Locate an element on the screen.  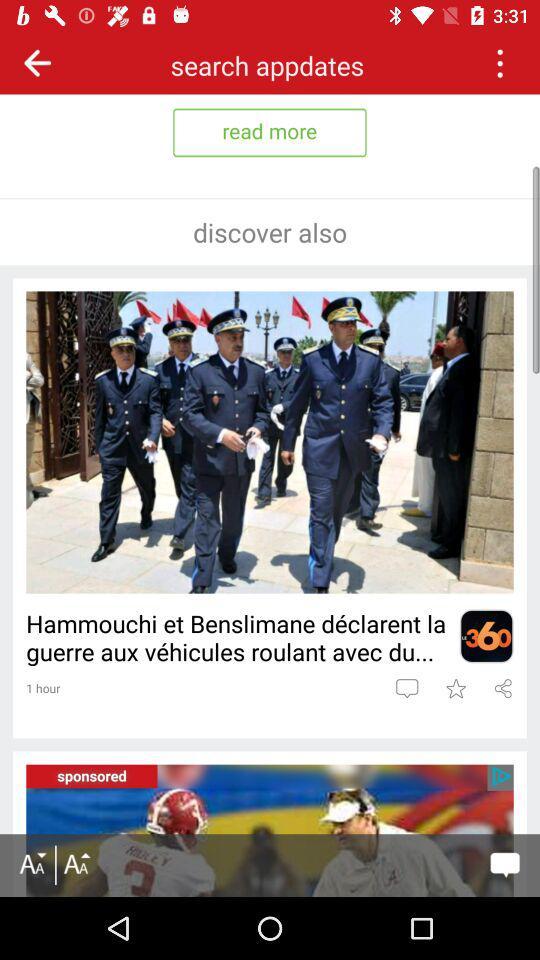
the share icon is located at coordinates (502, 688).